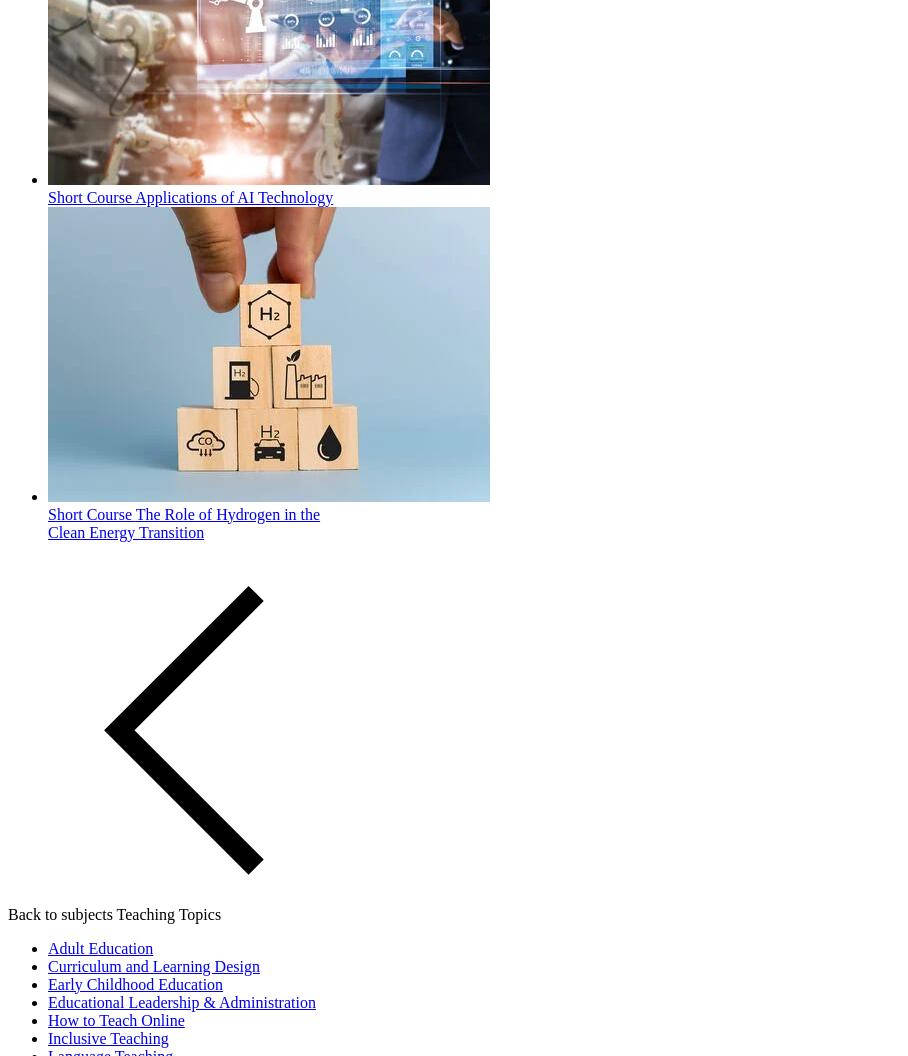  What do you see at coordinates (60, 912) in the screenshot?
I see `'Back to subjects'` at bounding box center [60, 912].